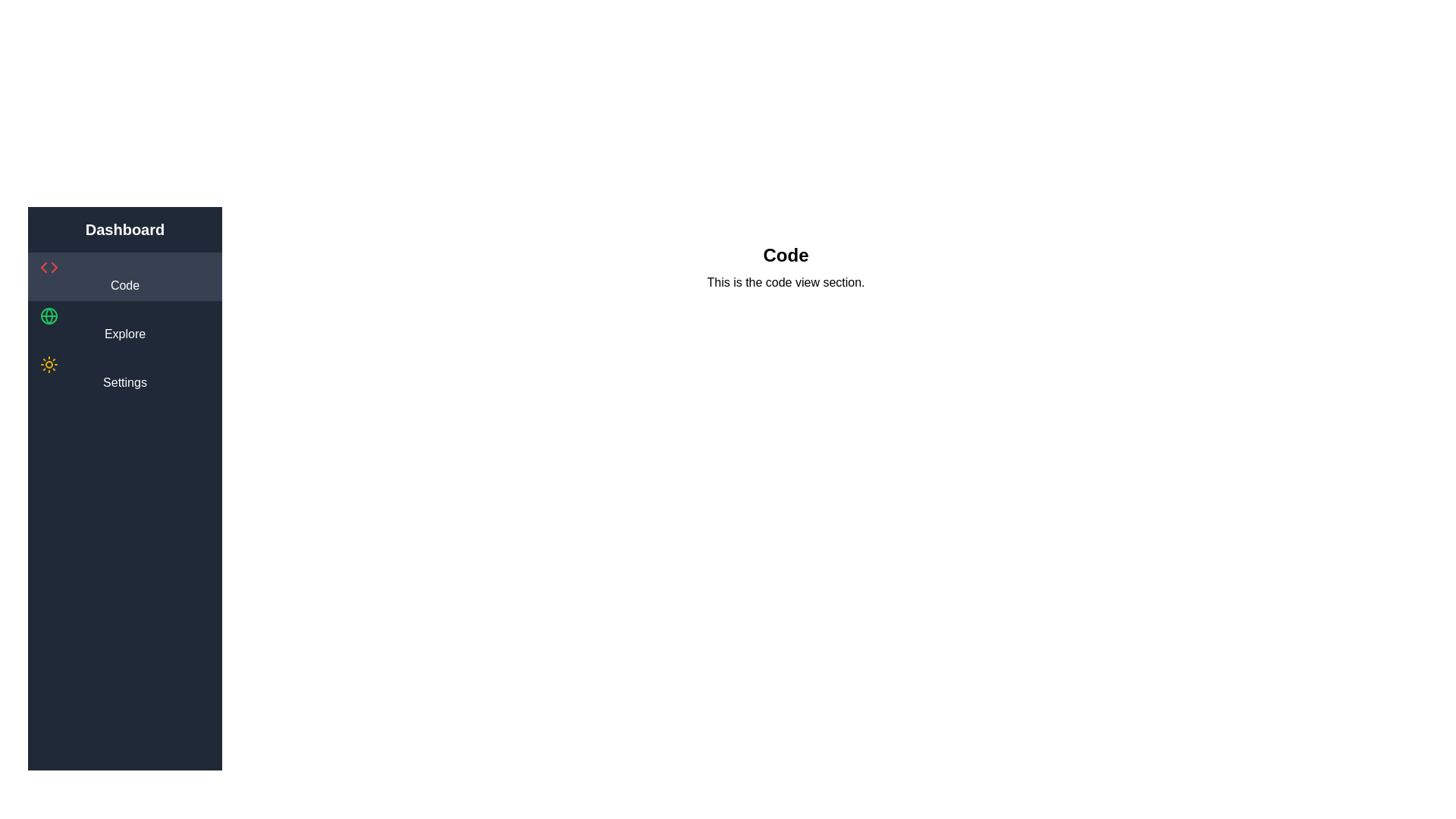 This screenshot has height=819, width=1456. I want to click on the Explore tab in the sidebar, so click(124, 324).